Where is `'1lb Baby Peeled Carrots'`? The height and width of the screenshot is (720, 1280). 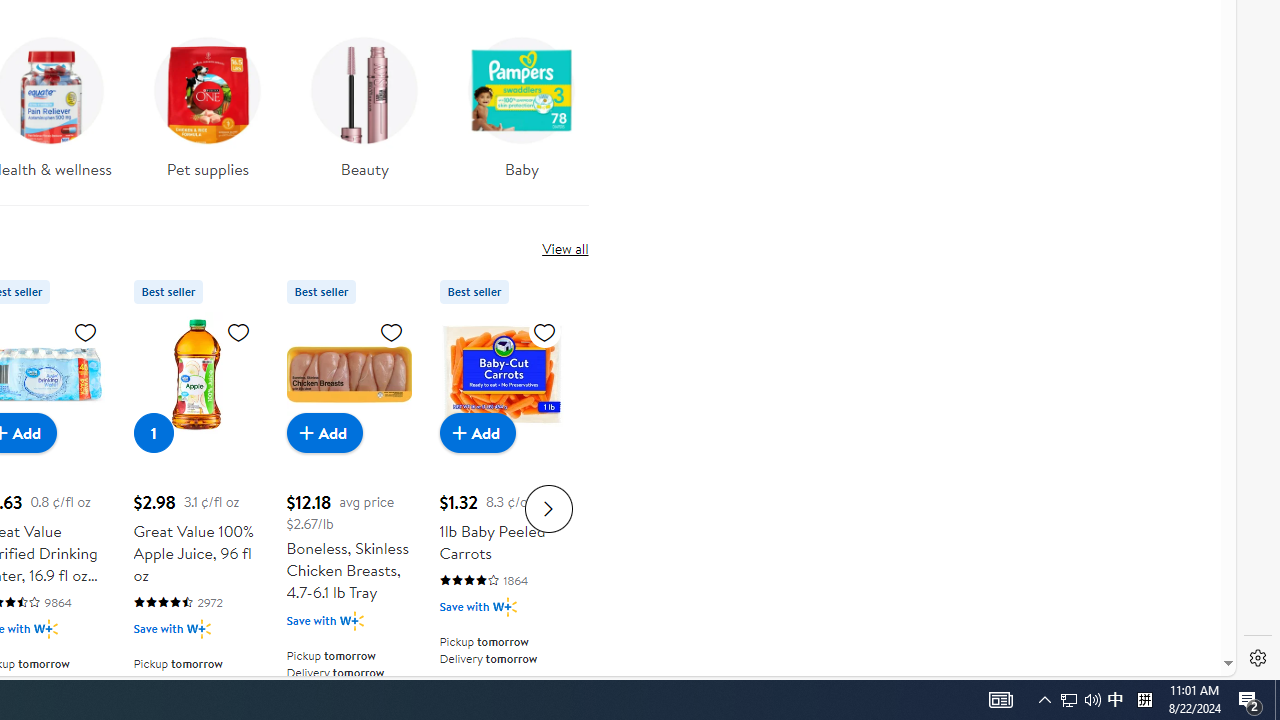 '1lb Baby Peeled Carrots' is located at coordinates (501, 374).